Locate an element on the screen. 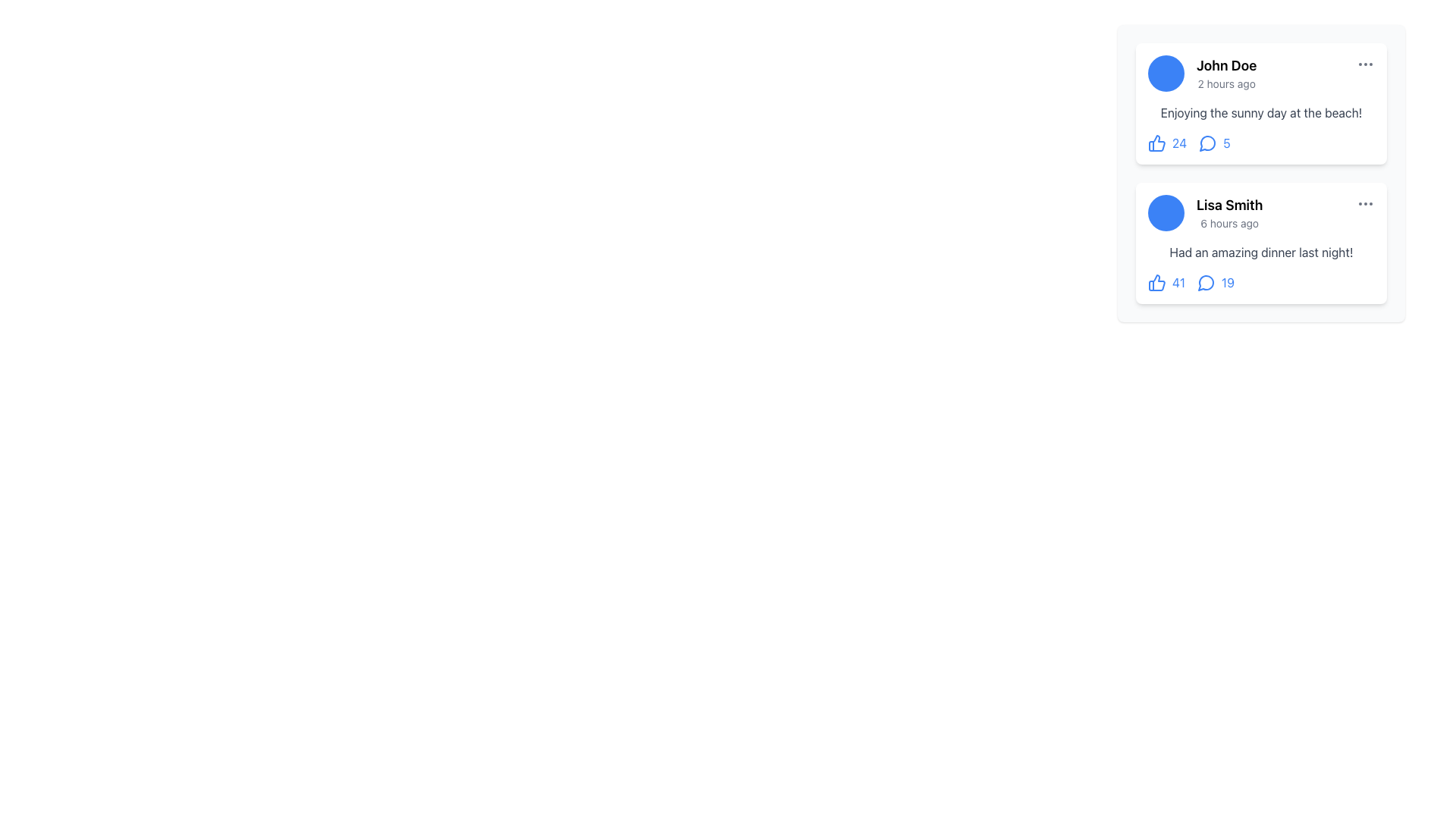 Image resolution: width=1456 pixels, height=819 pixels. the Text display element that shows the name 'Lisa Smith' and the time '6 hours ago', located in the bottom post of a two-post layout section is located at coordinates (1229, 213).